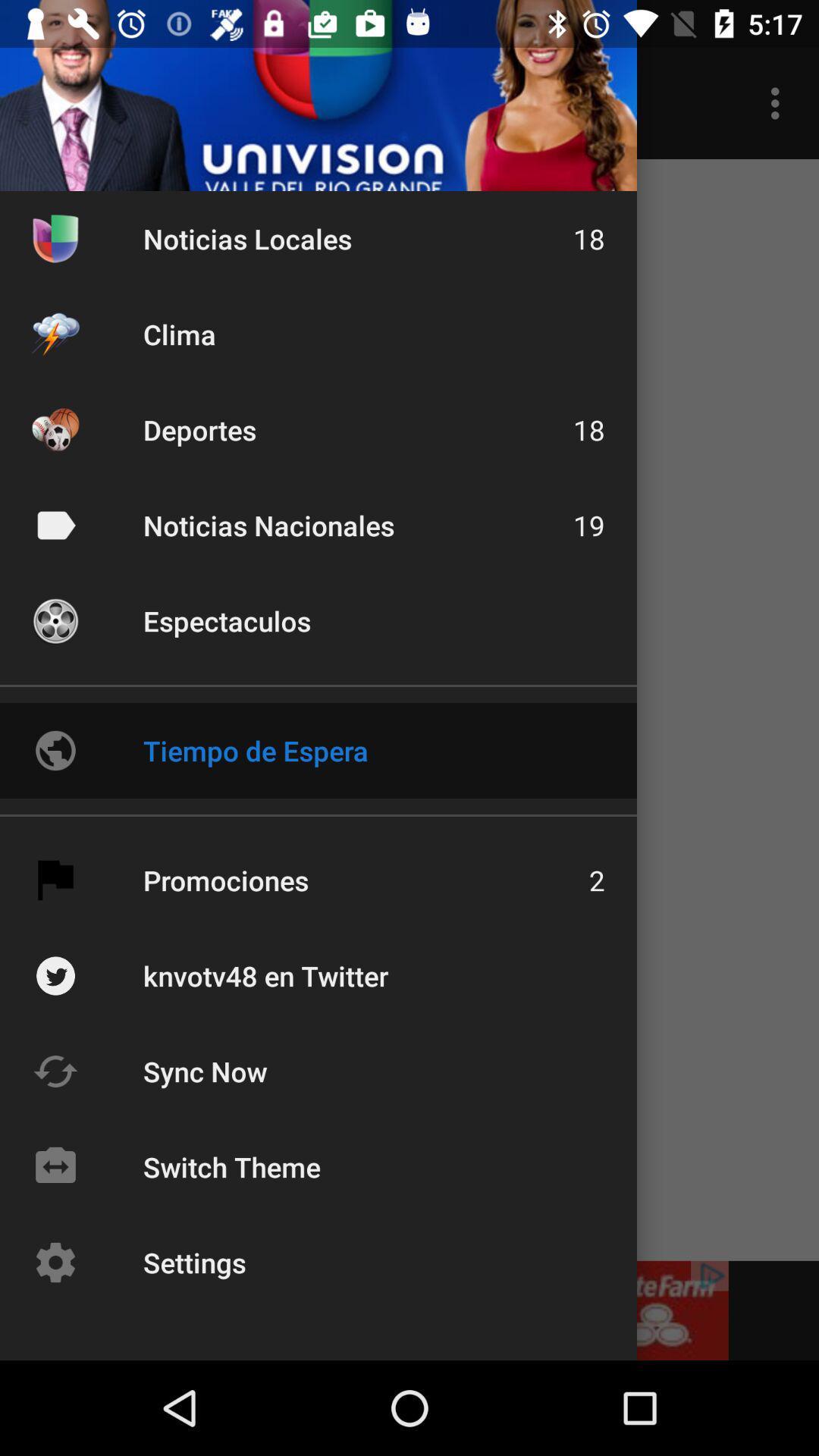 The image size is (819, 1456). Describe the element at coordinates (55, 428) in the screenshot. I see `the icon left to deportes` at that location.